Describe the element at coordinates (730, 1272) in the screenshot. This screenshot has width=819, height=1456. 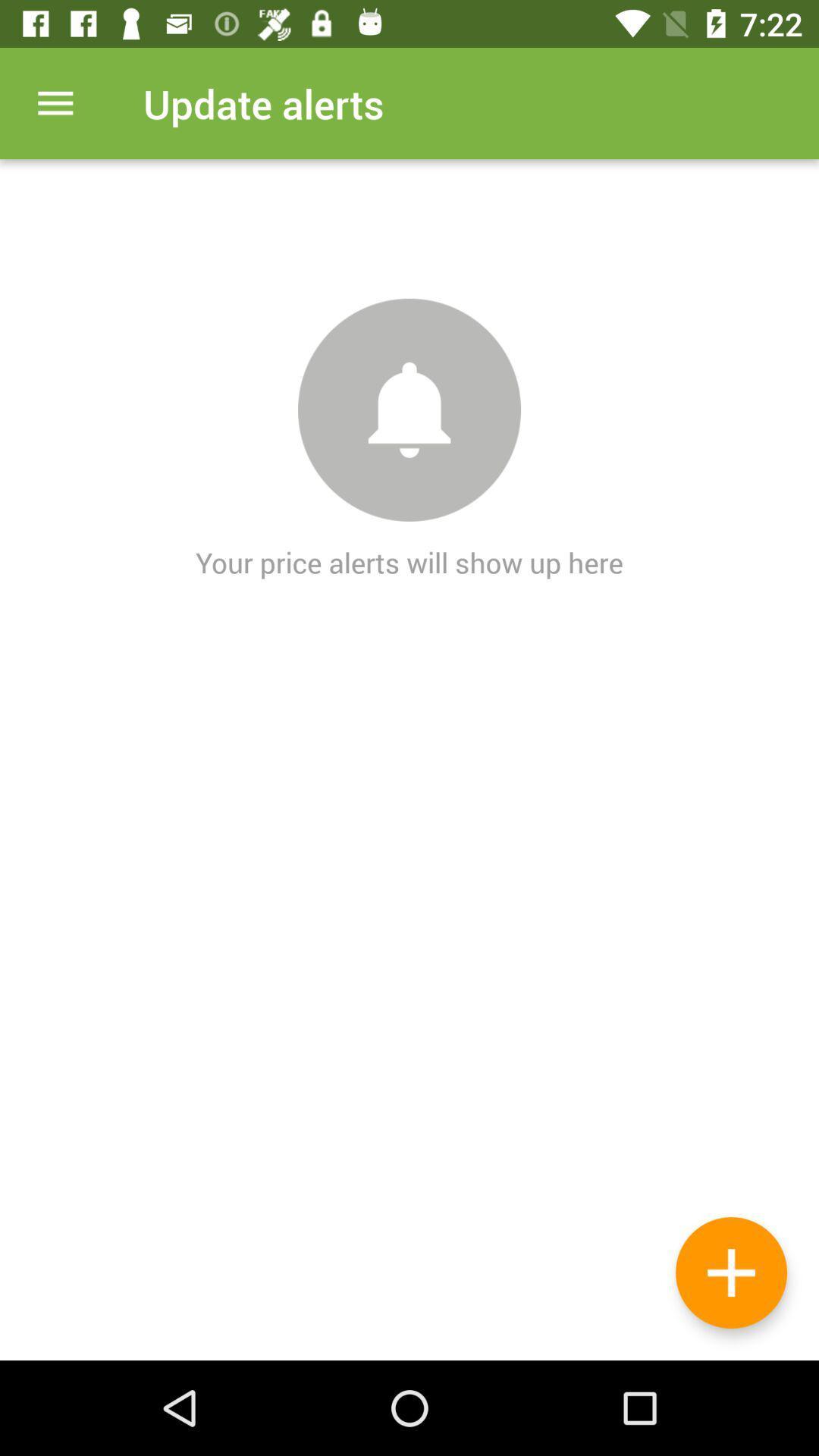
I see `the add icon` at that location.